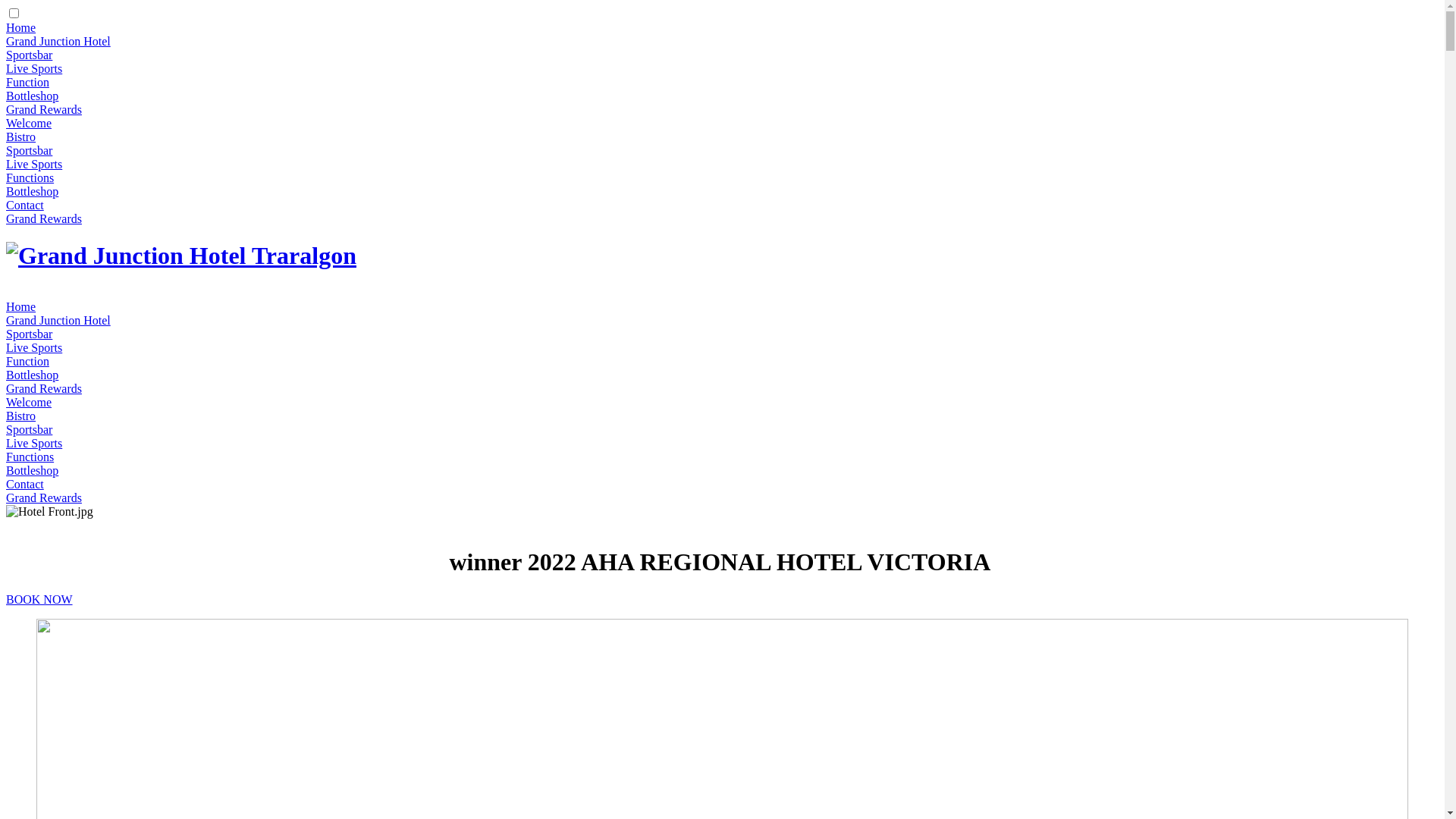 The height and width of the screenshot is (819, 1456). What do you see at coordinates (20, 136) in the screenshot?
I see `'Bistro'` at bounding box center [20, 136].